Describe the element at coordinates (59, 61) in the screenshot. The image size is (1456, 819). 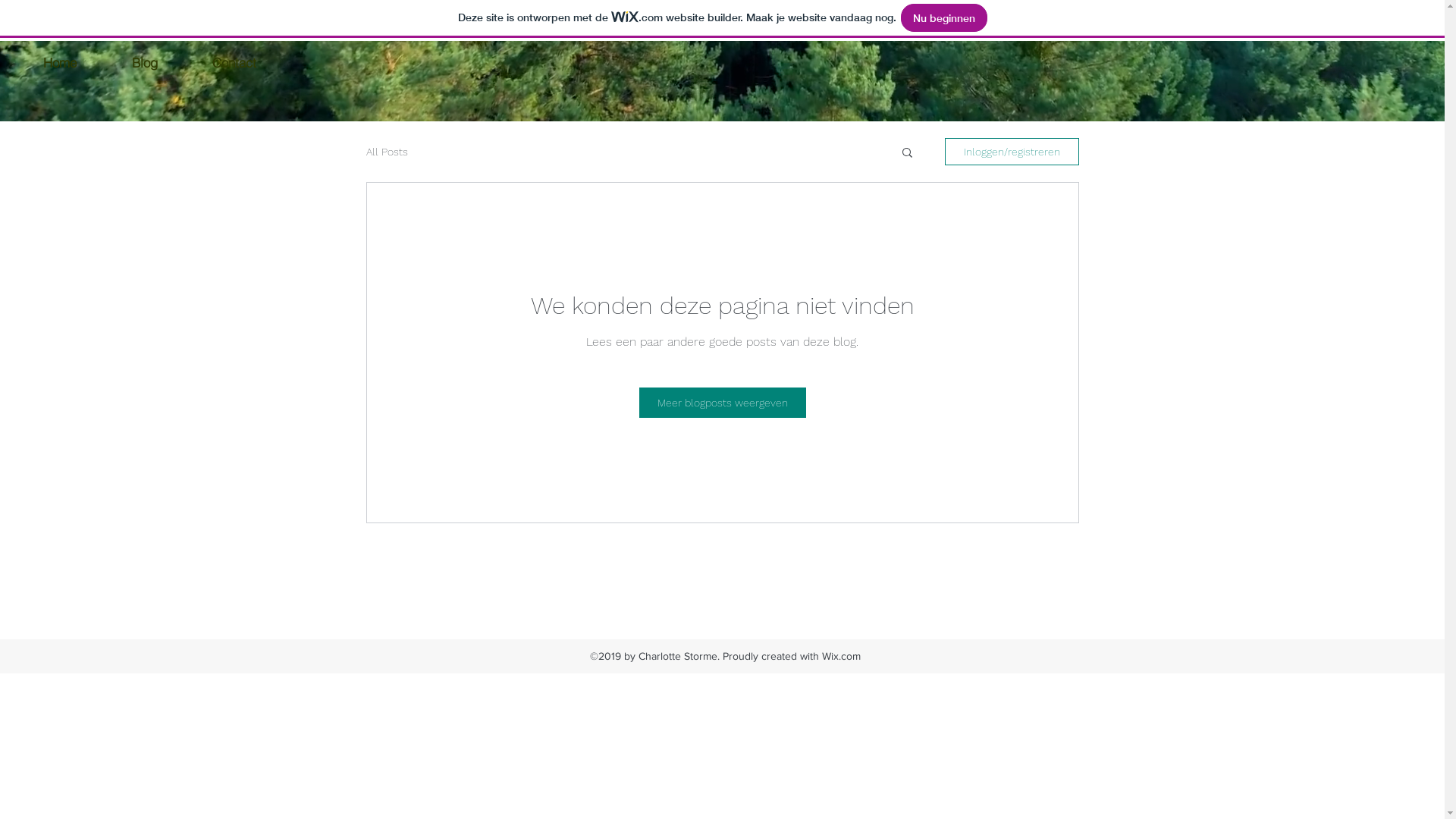
I see `'Home'` at that location.